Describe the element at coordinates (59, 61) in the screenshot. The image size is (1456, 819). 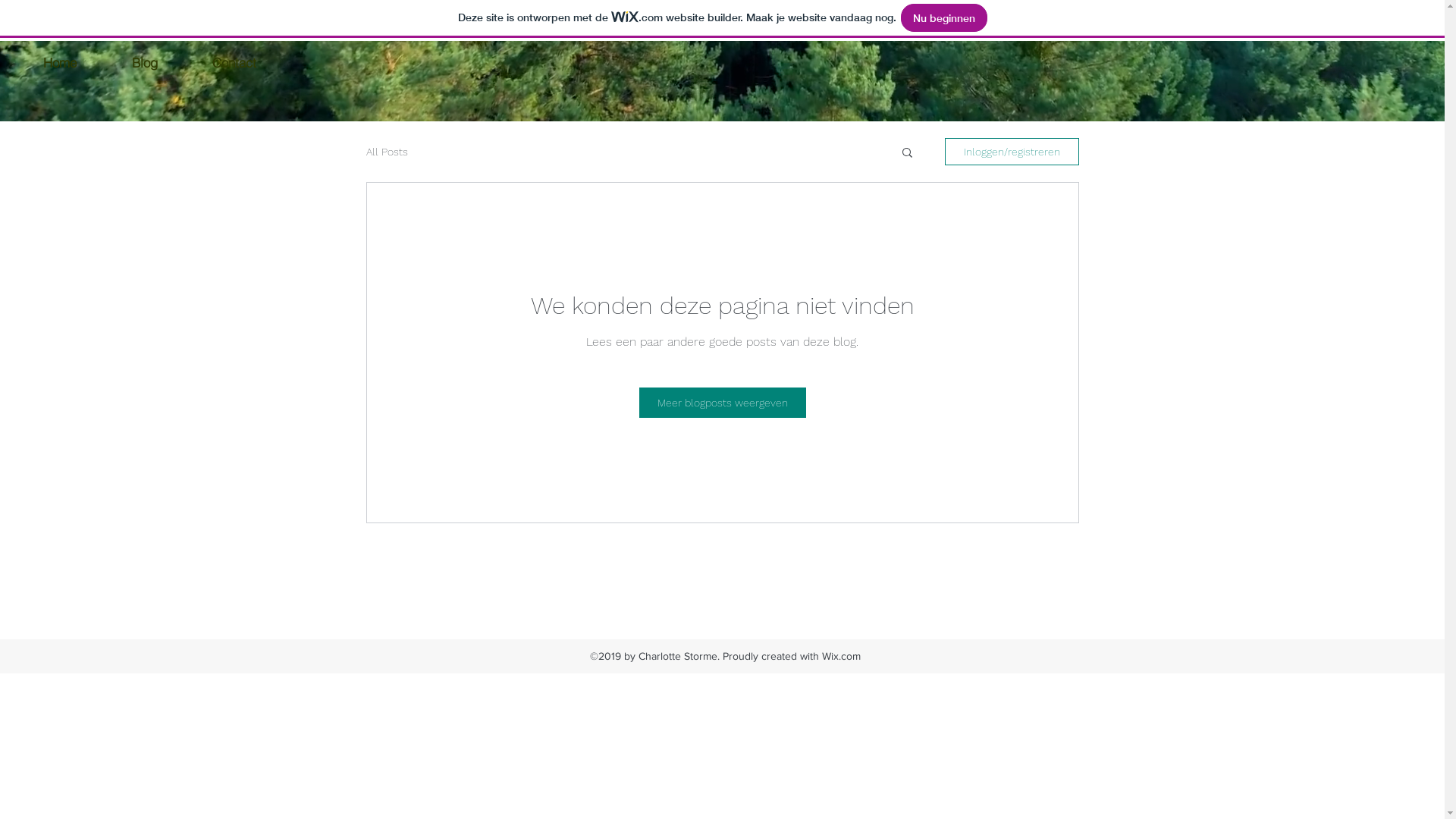
I see `'Home'` at that location.